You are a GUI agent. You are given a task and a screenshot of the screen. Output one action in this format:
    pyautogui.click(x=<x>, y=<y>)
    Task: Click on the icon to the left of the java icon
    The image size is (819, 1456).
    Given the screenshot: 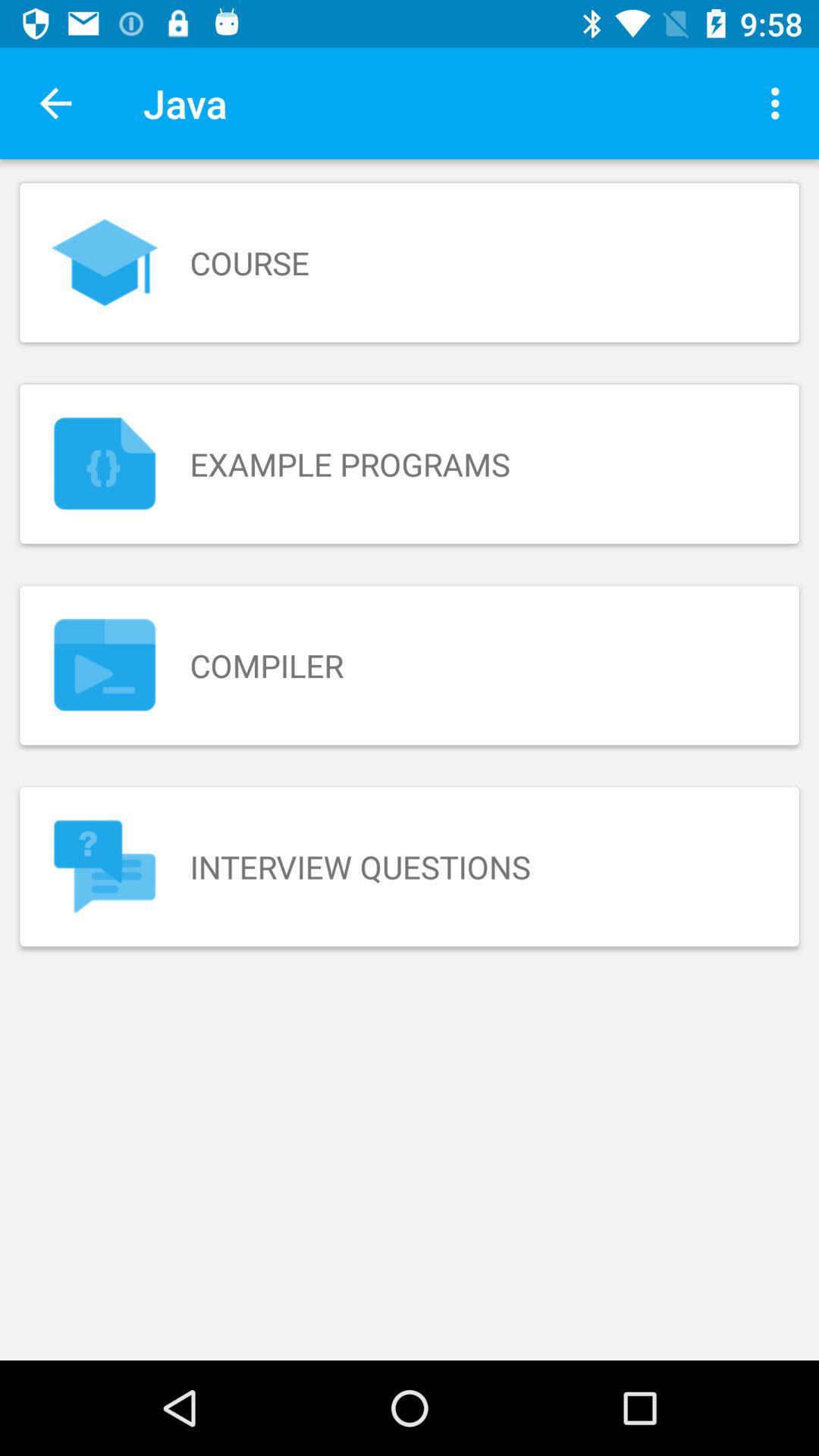 What is the action you would take?
    pyautogui.click(x=55, y=102)
    